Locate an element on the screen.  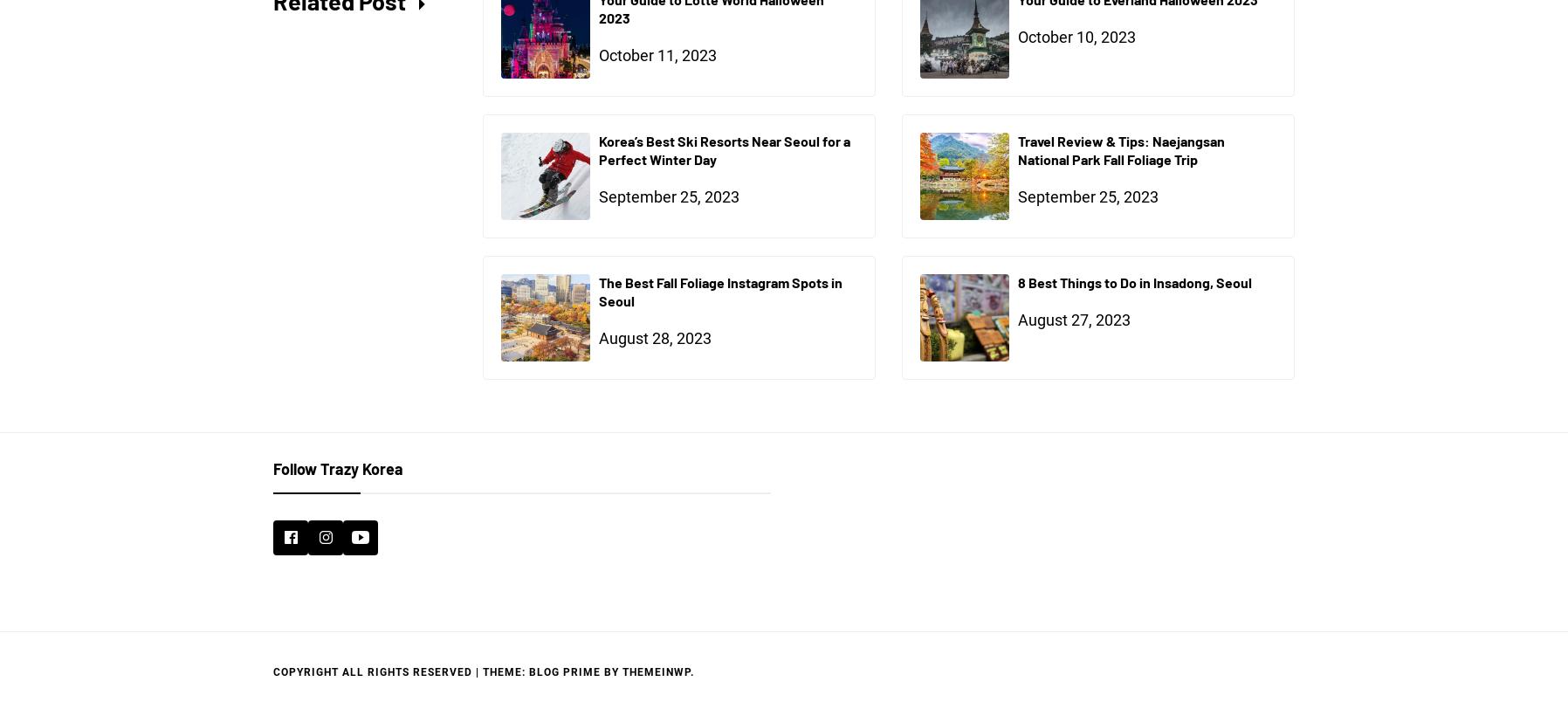
'August 28, 2023' is located at coordinates (599, 337).